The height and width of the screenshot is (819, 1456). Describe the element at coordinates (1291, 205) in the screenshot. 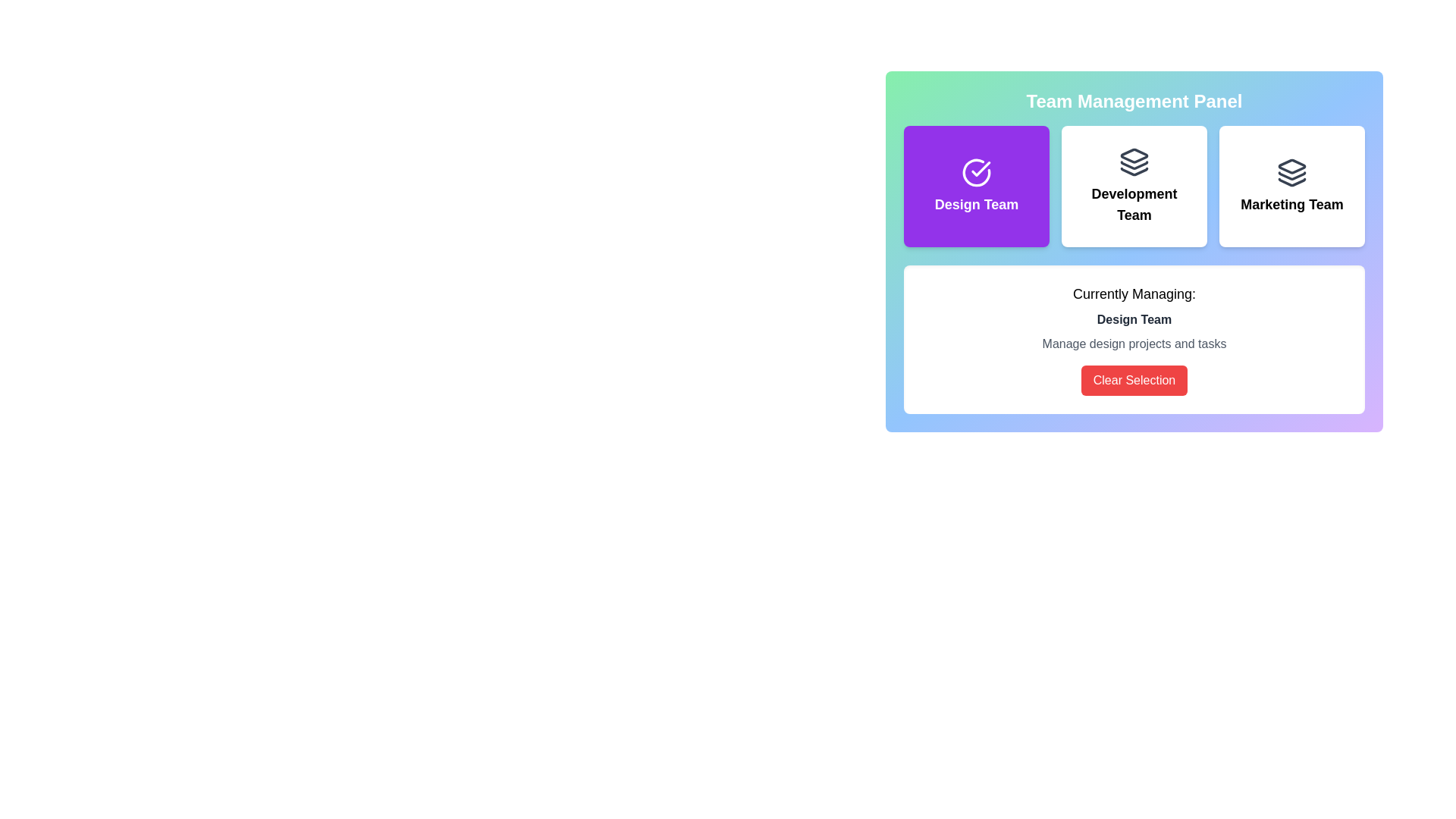

I see `the 'Marketing Team' text label, which is styled in bold and medium-large font and is located below an icon representing stacked layers, aligned centrally within a card-like structure on the right side of the grid layout` at that location.